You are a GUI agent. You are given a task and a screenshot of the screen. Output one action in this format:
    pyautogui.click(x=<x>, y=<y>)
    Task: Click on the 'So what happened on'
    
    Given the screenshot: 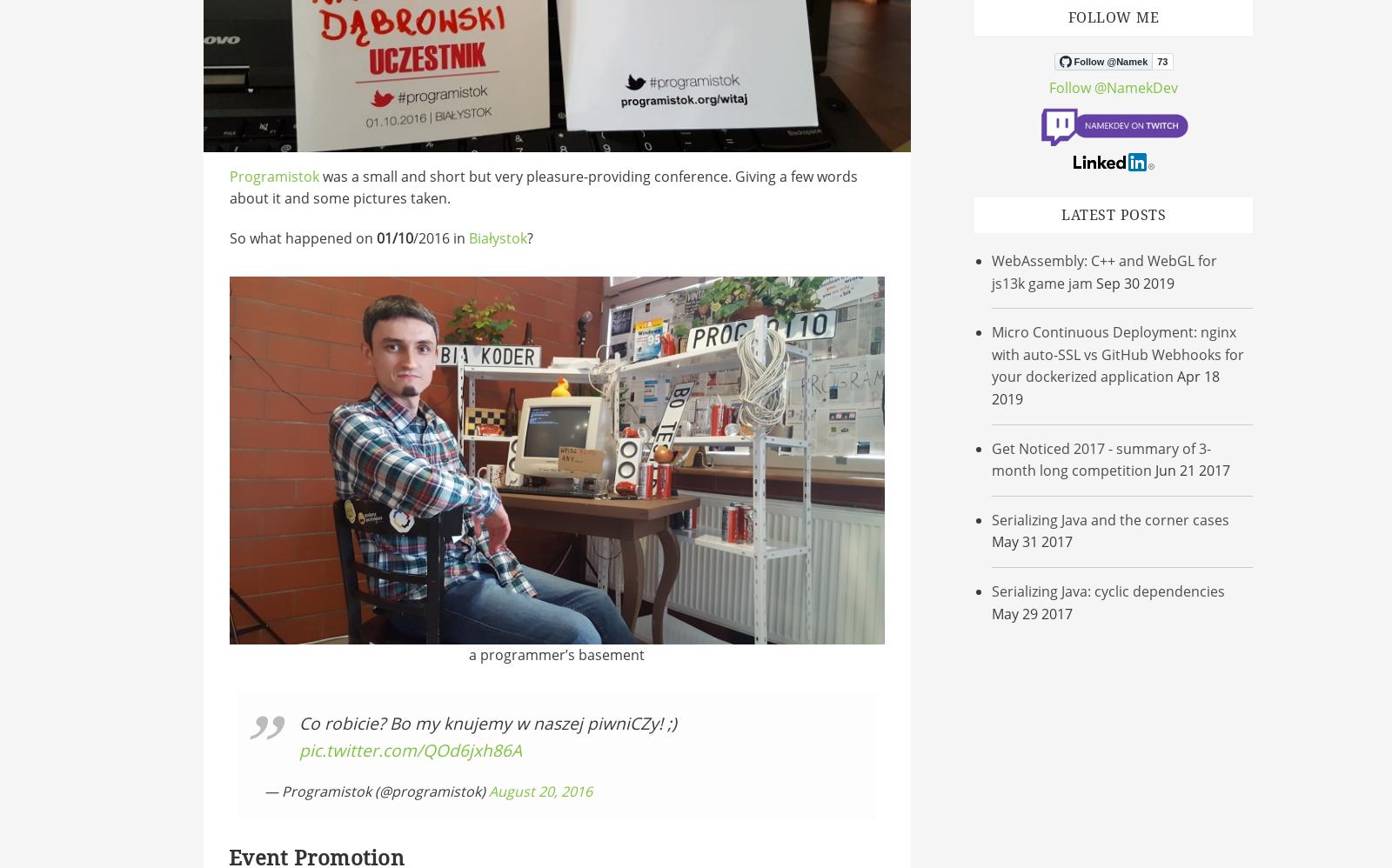 What is the action you would take?
    pyautogui.click(x=302, y=236)
    